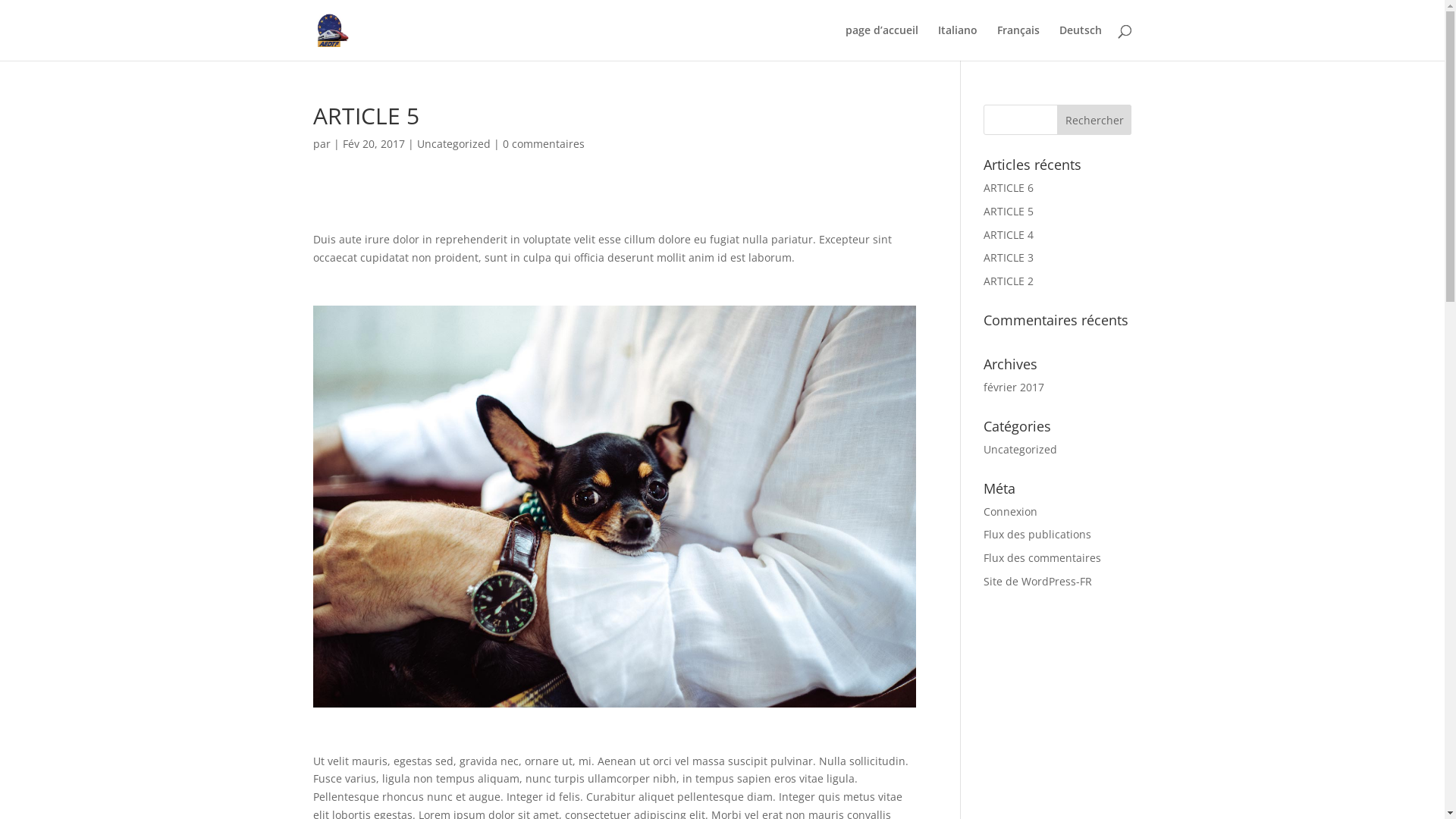  I want to click on '0 commentaires', so click(542, 143).